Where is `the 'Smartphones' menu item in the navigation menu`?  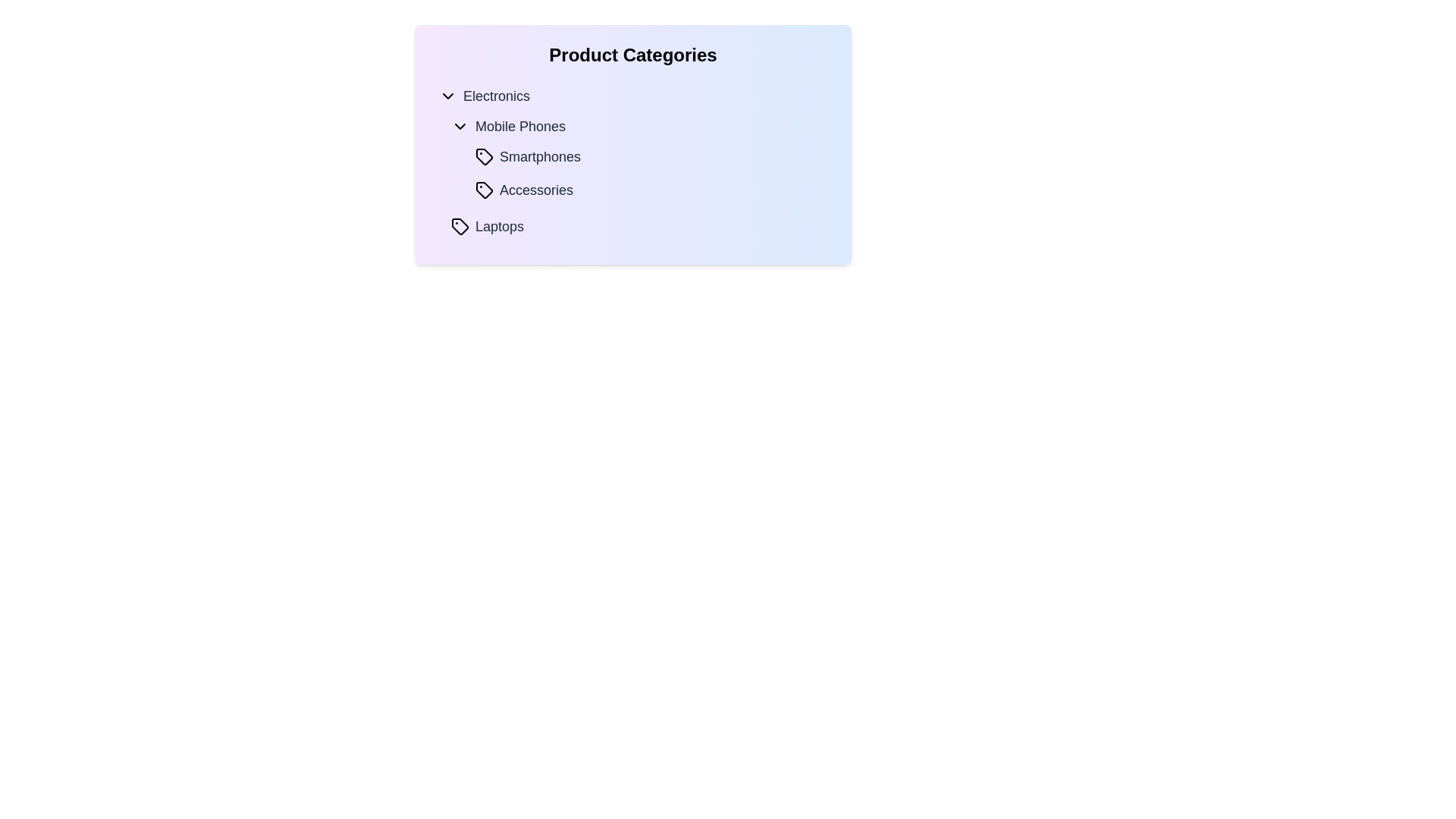
the 'Smartphones' menu item in the navigation menu is located at coordinates (651, 157).